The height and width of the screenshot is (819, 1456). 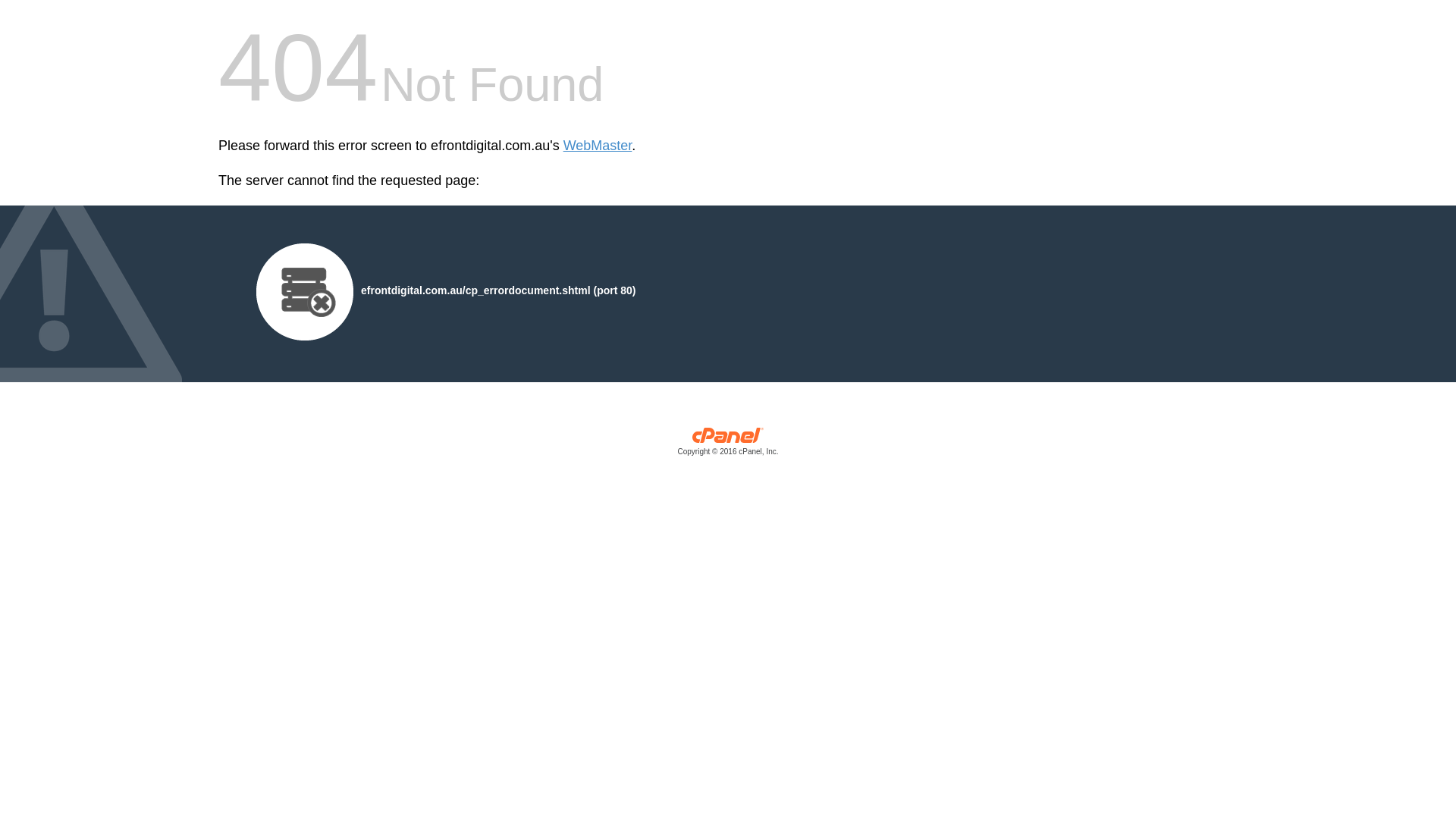 I want to click on 'WebMaster', so click(x=597, y=146).